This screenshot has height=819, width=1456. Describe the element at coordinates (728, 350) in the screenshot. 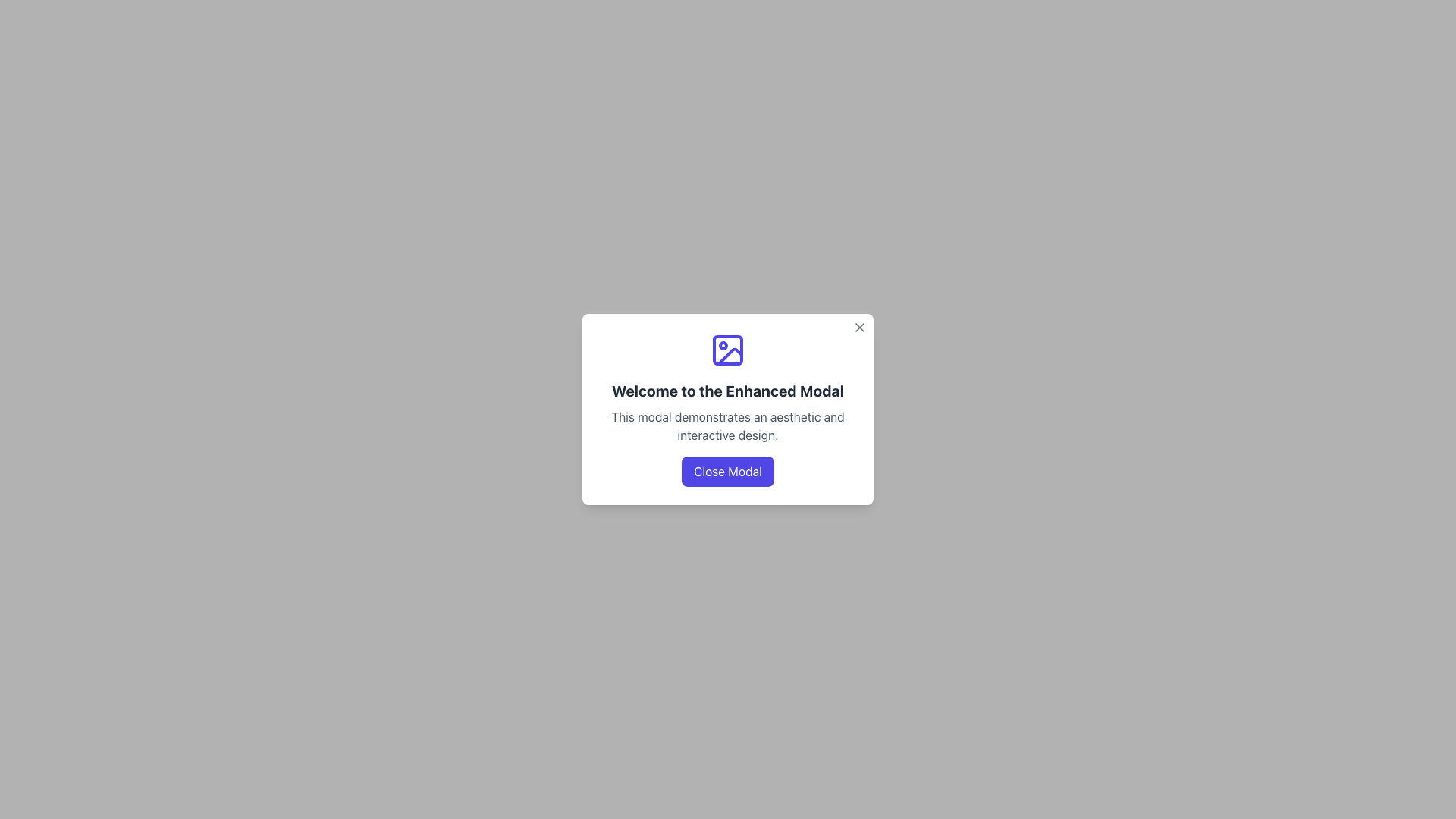

I see `the decorative icon located at the top of the modal window, which is centered above the header text 'Welcome to the Enhanced Modal'` at that location.